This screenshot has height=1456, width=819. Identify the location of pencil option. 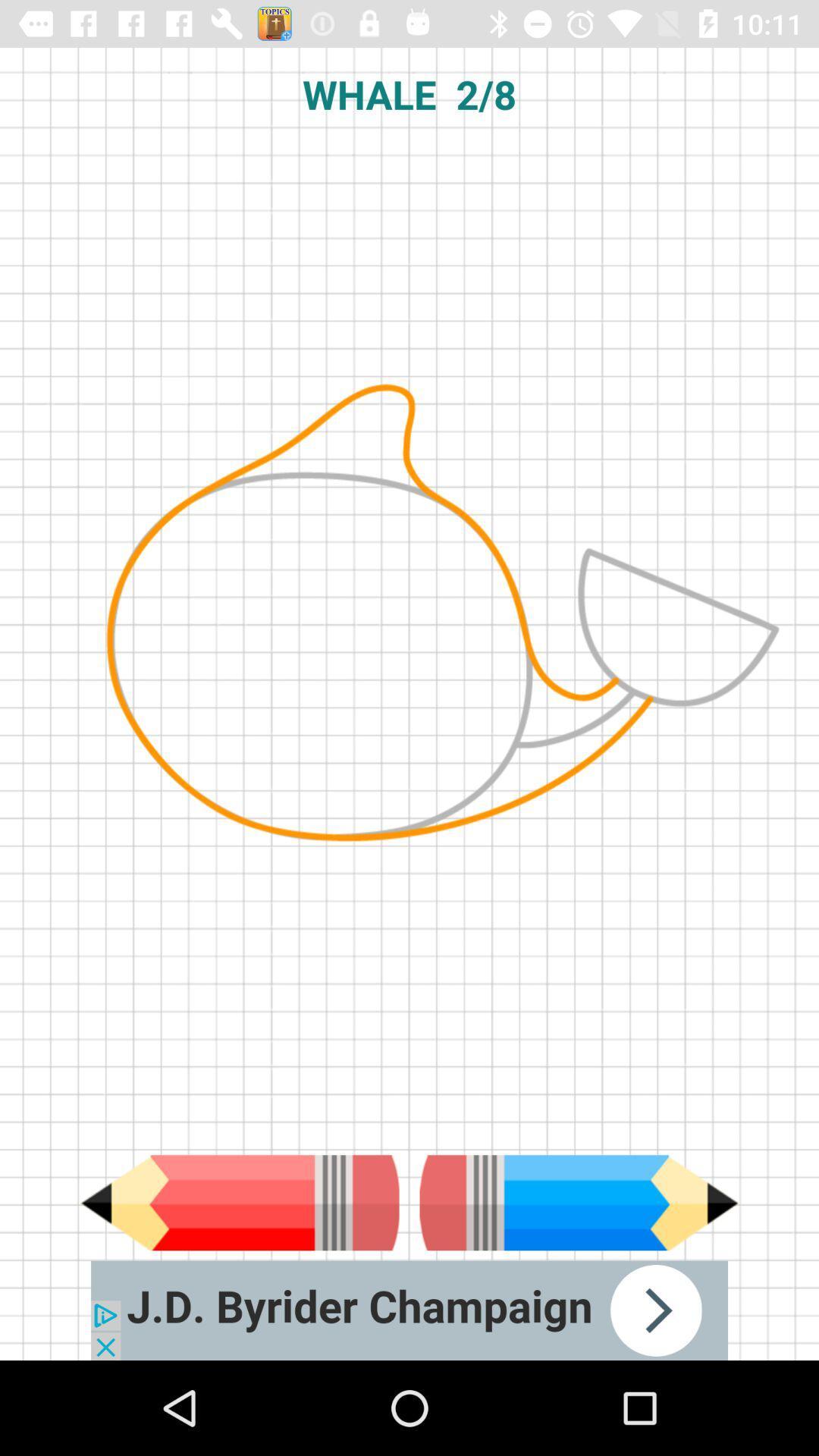
(239, 1202).